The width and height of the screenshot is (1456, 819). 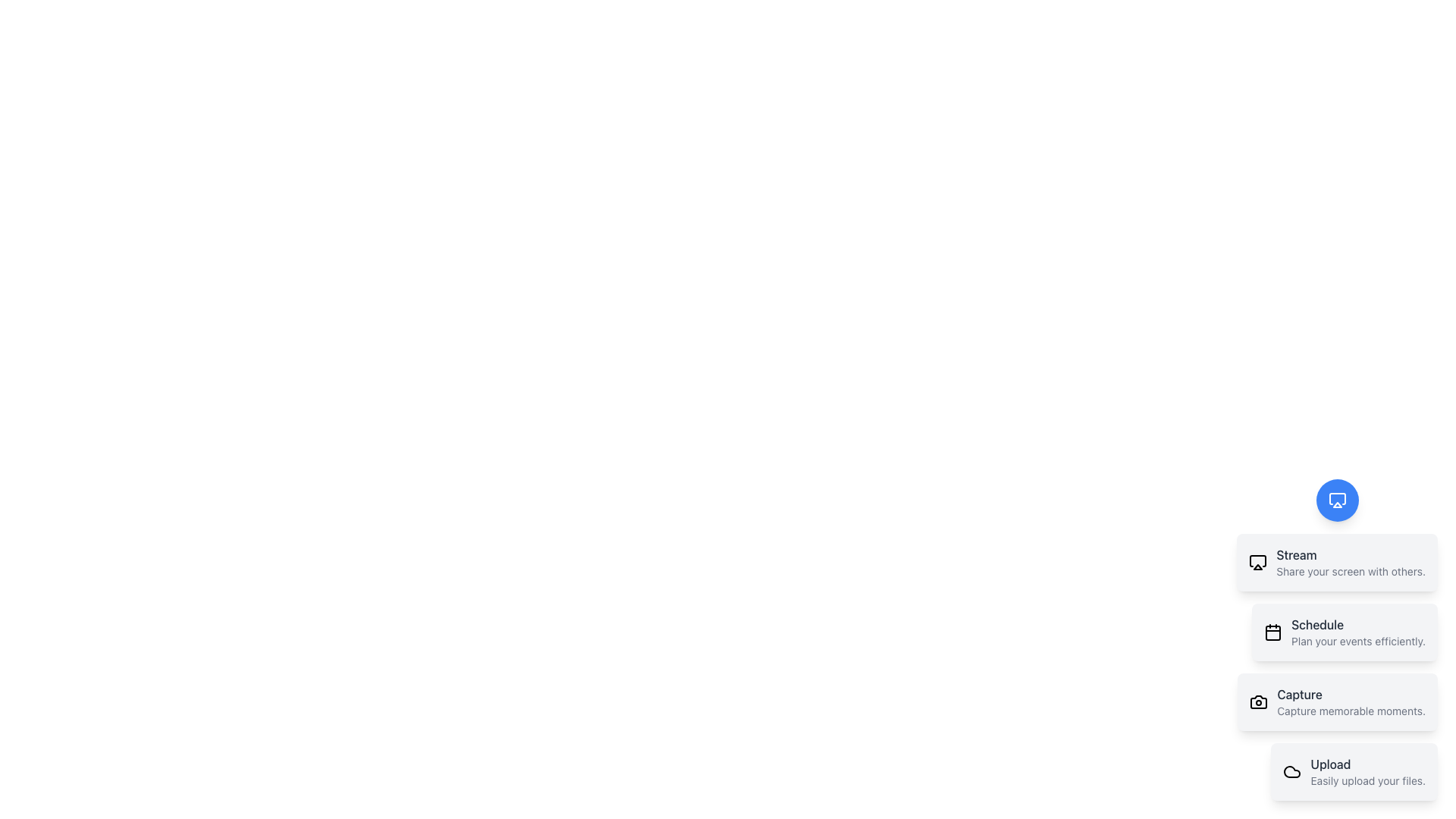 What do you see at coordinates (1337, 701) in the screenshot?
I see `the 'Capture' button, which is a rectangular card with a light gray background, rounded corners, and a shadow effect, featuring a bold title 'Capture' in black font and a descriptive text 'Capture memorable moments.' below it` at bounding box center [1337, 701].